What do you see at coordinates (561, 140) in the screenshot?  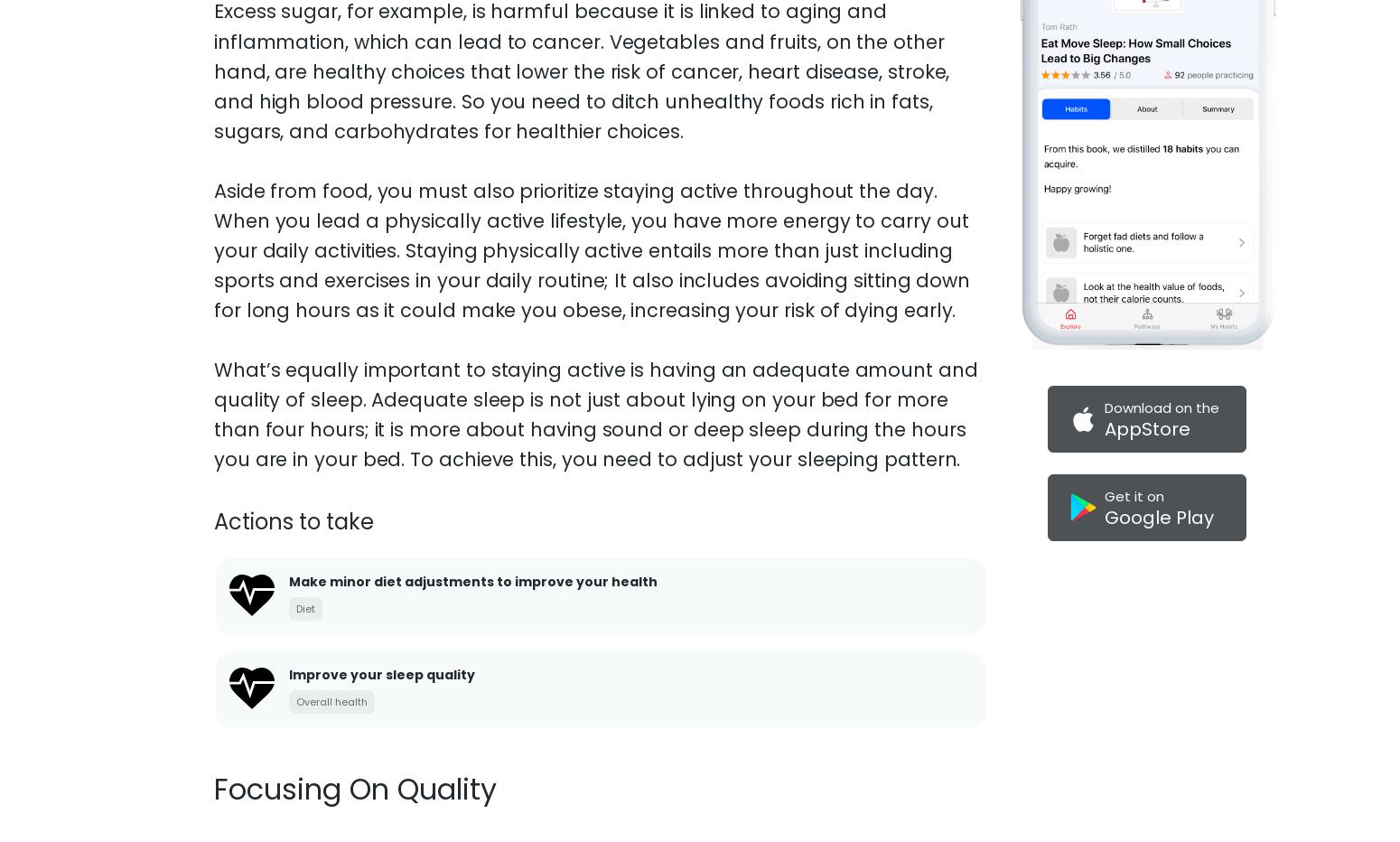 I see `'“So instead of letting these broad, long-term goals overwhelm you, pick specific reasons that motivate you to be more active right now.”'` at bounding box center [561, 140].